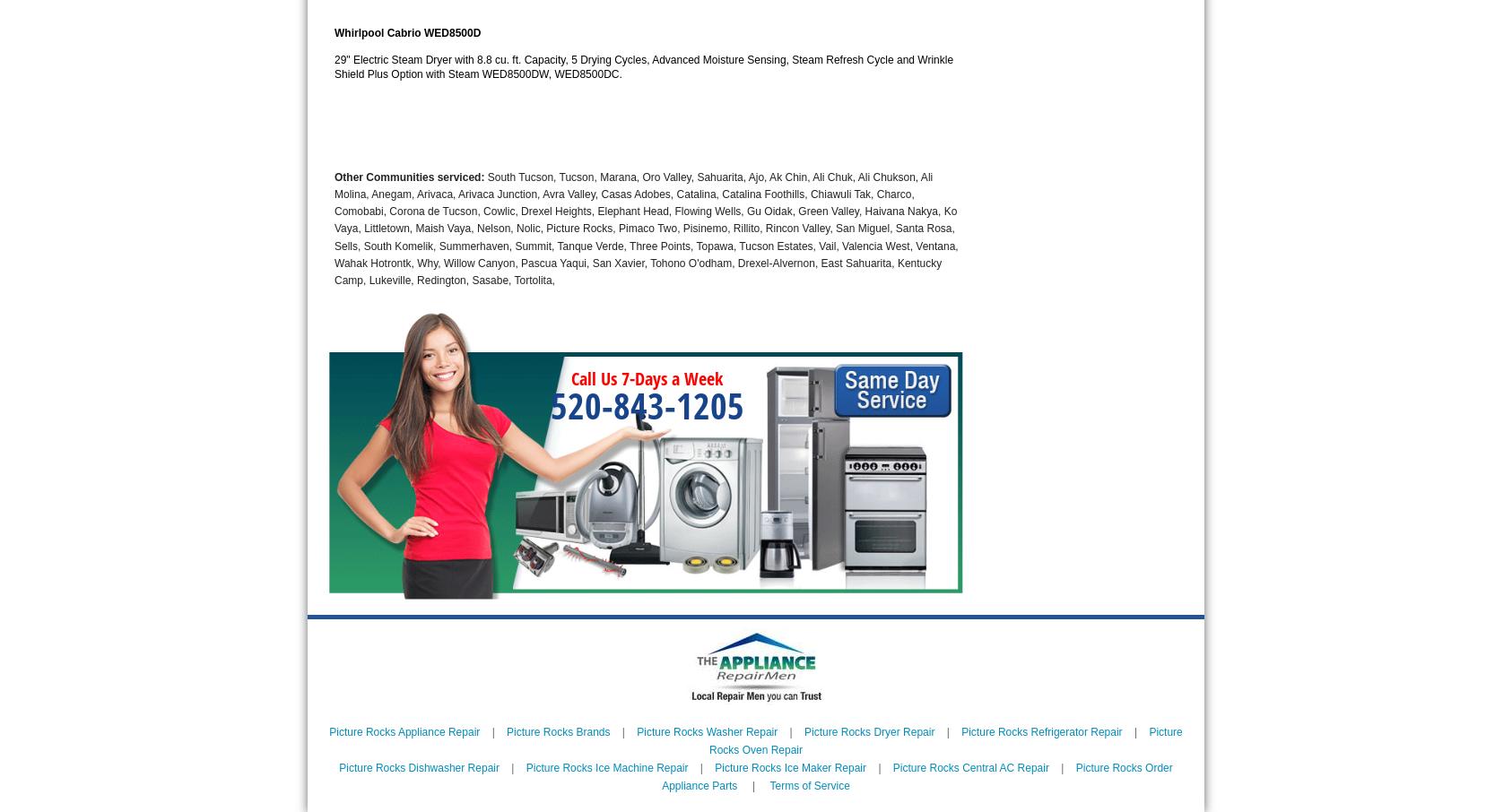 The height and width of the screenshot is (812, 1512). What do you see at coordinates (605, 765) in the screenshot?
I see `'Picture Rocks Ice Machine Repair'` at bounding box center [605, 765].